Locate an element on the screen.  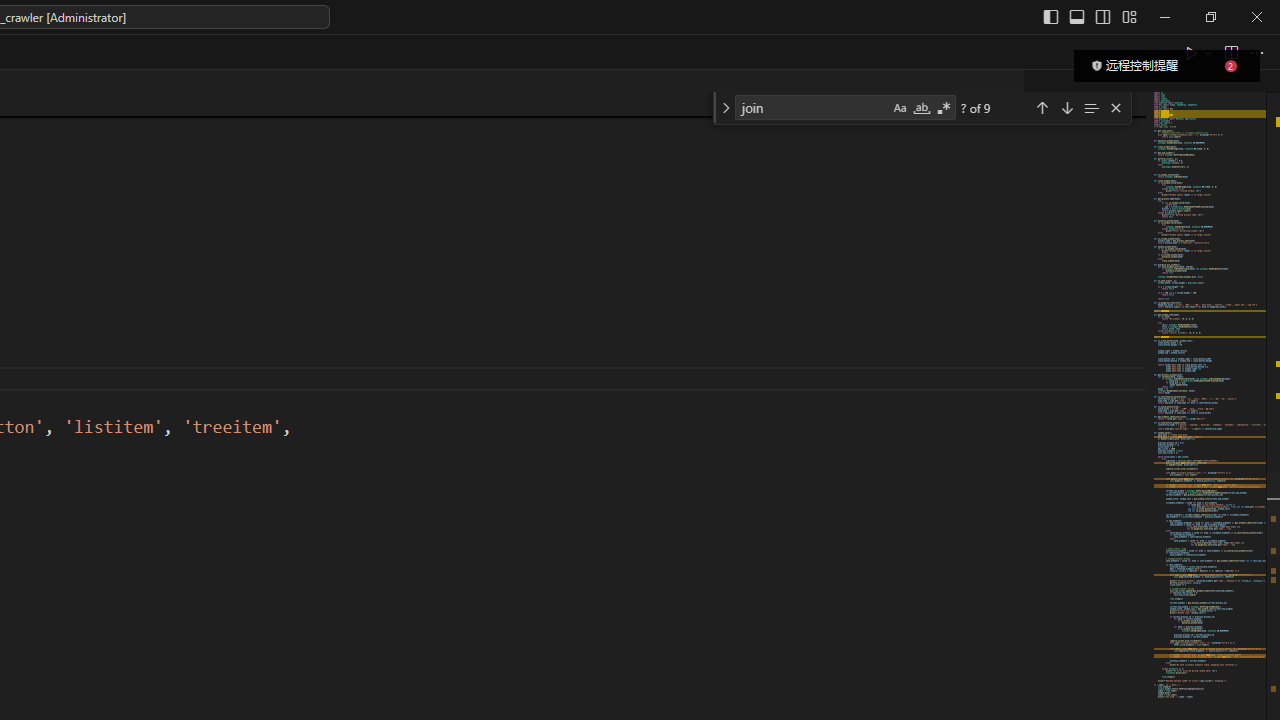
'Previous Match (Shift+Enter)' is located at coordinates (1040, 107).